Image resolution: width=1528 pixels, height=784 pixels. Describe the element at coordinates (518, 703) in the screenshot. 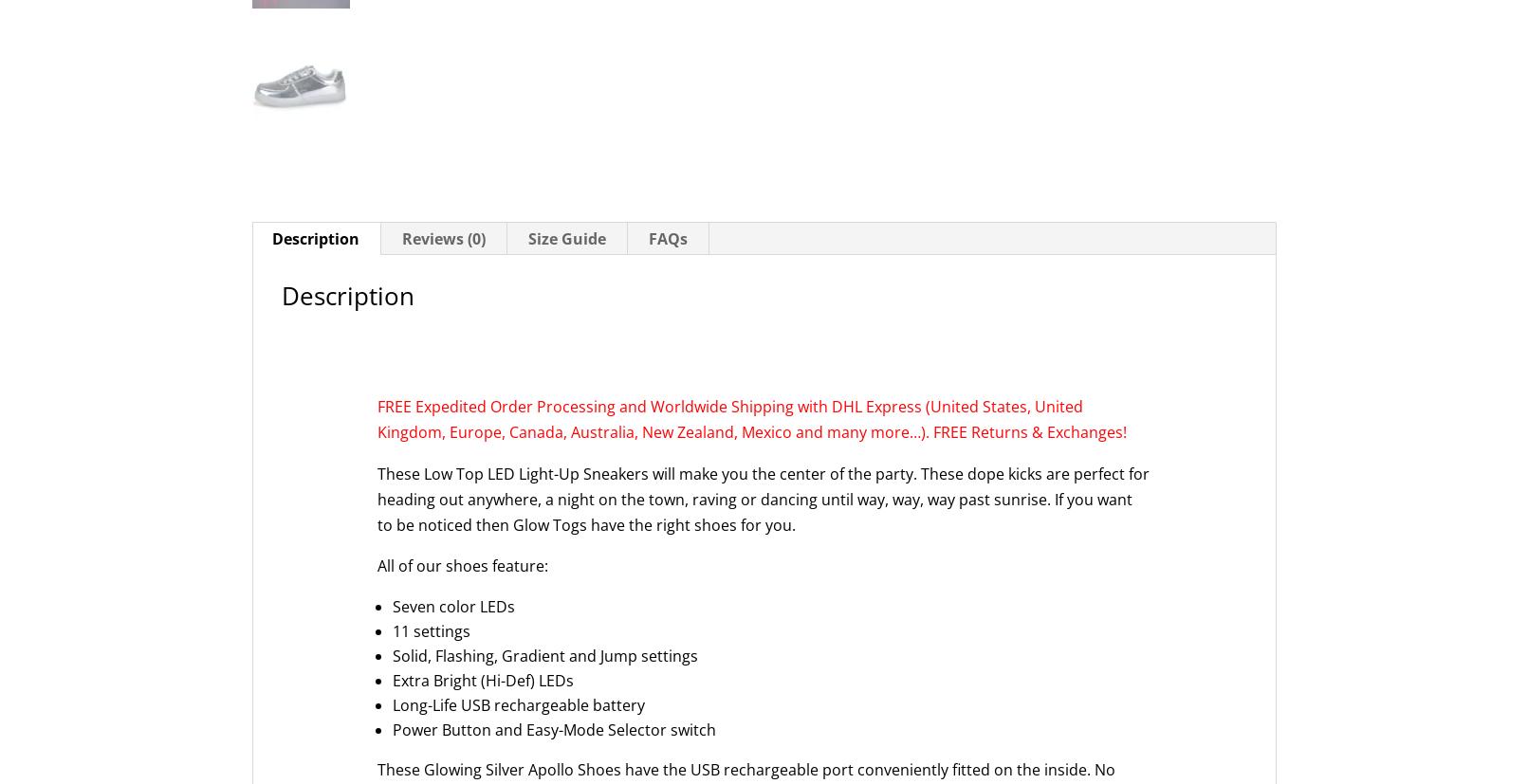

I see `'Long-Life USB rechargeable battery'` at that location.